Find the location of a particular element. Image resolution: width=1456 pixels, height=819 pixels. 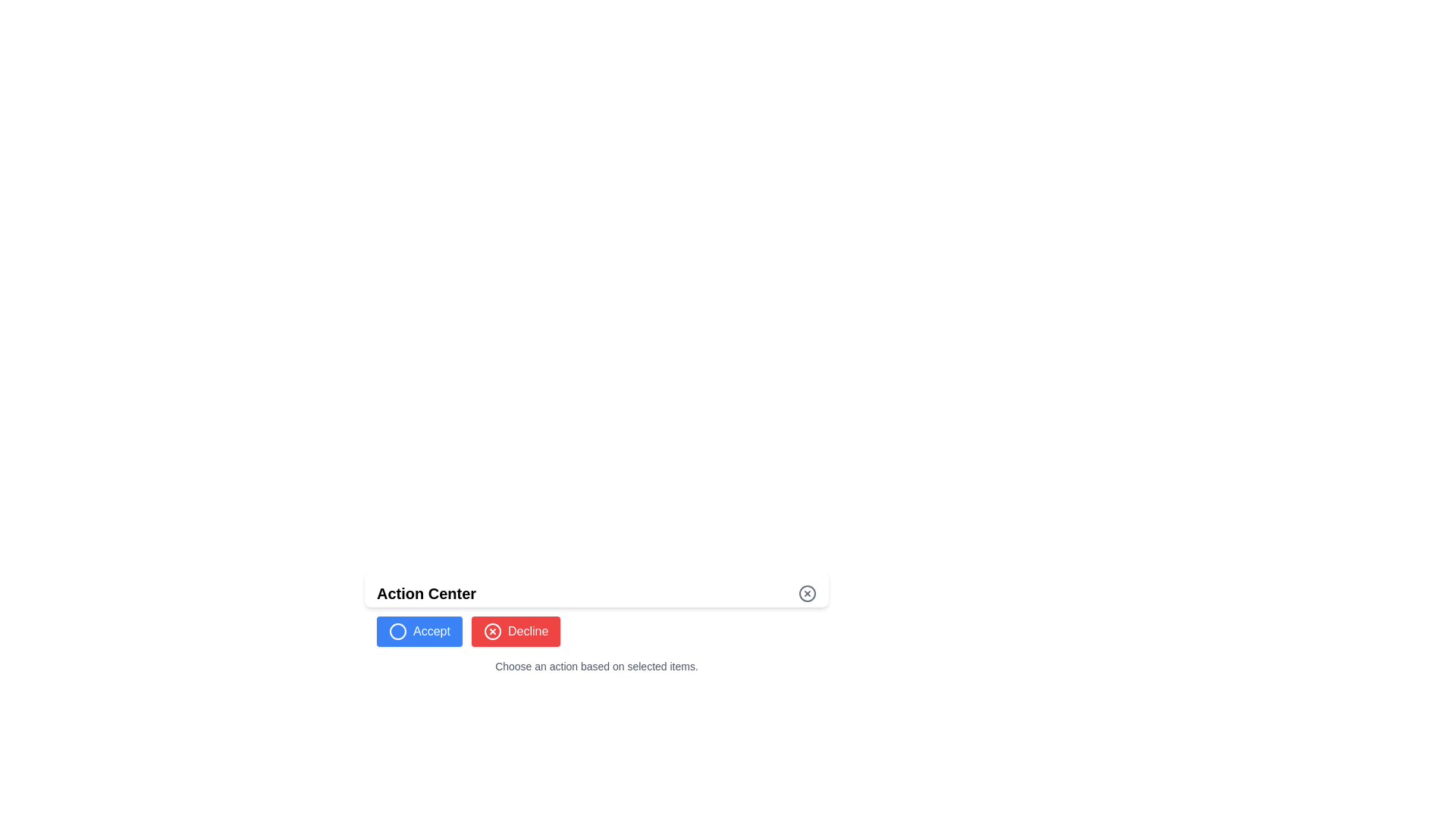

the SVG circle component located at the top-right corner of the 'Action Center' area, which has a radius of 10 and is styled with a stroke color is located at coordinates (807, 593).